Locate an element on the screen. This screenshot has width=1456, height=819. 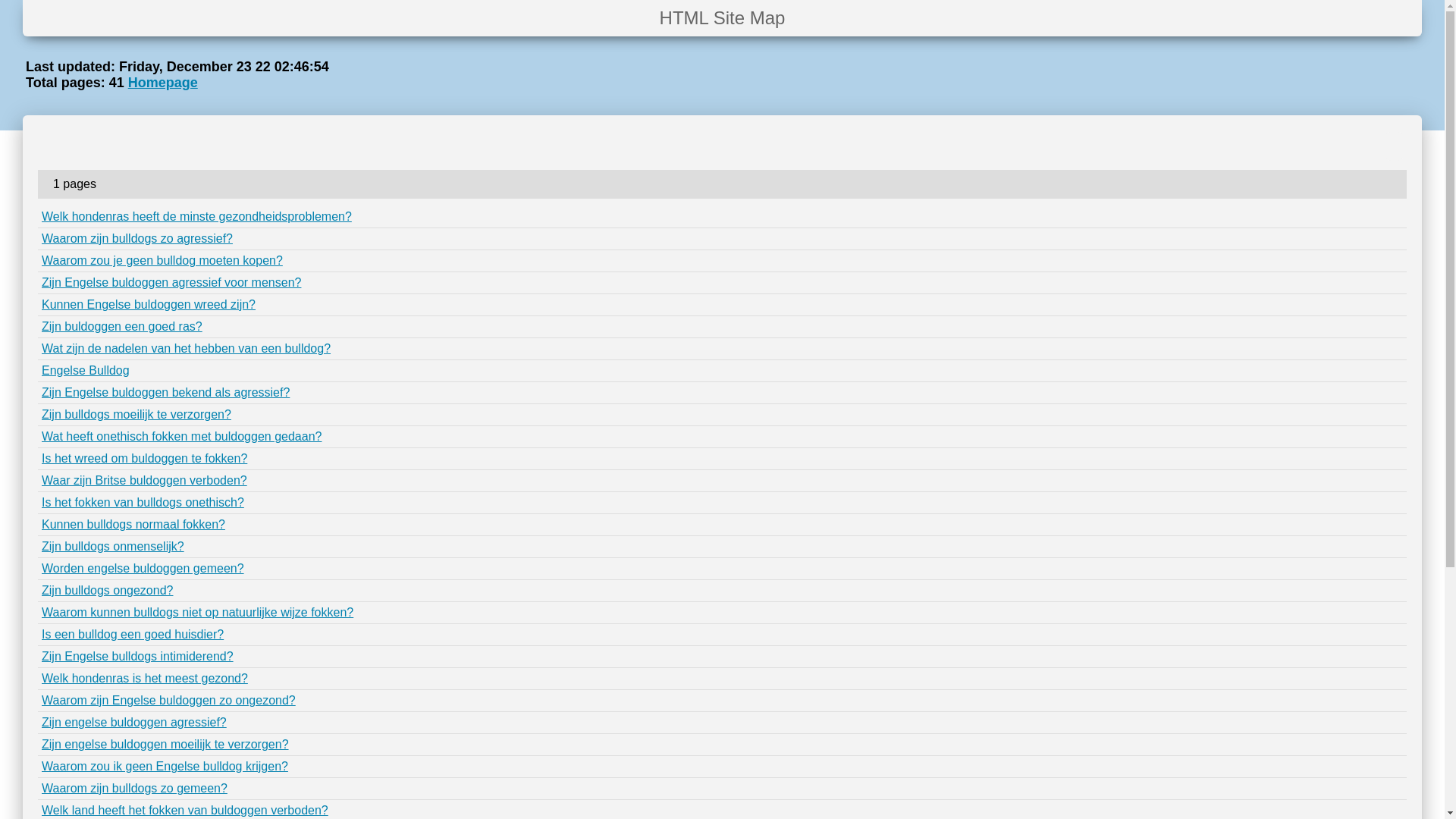
'Zijn Engelse buldoggen bekend als agressief?' is located at coordinates (165, 391).